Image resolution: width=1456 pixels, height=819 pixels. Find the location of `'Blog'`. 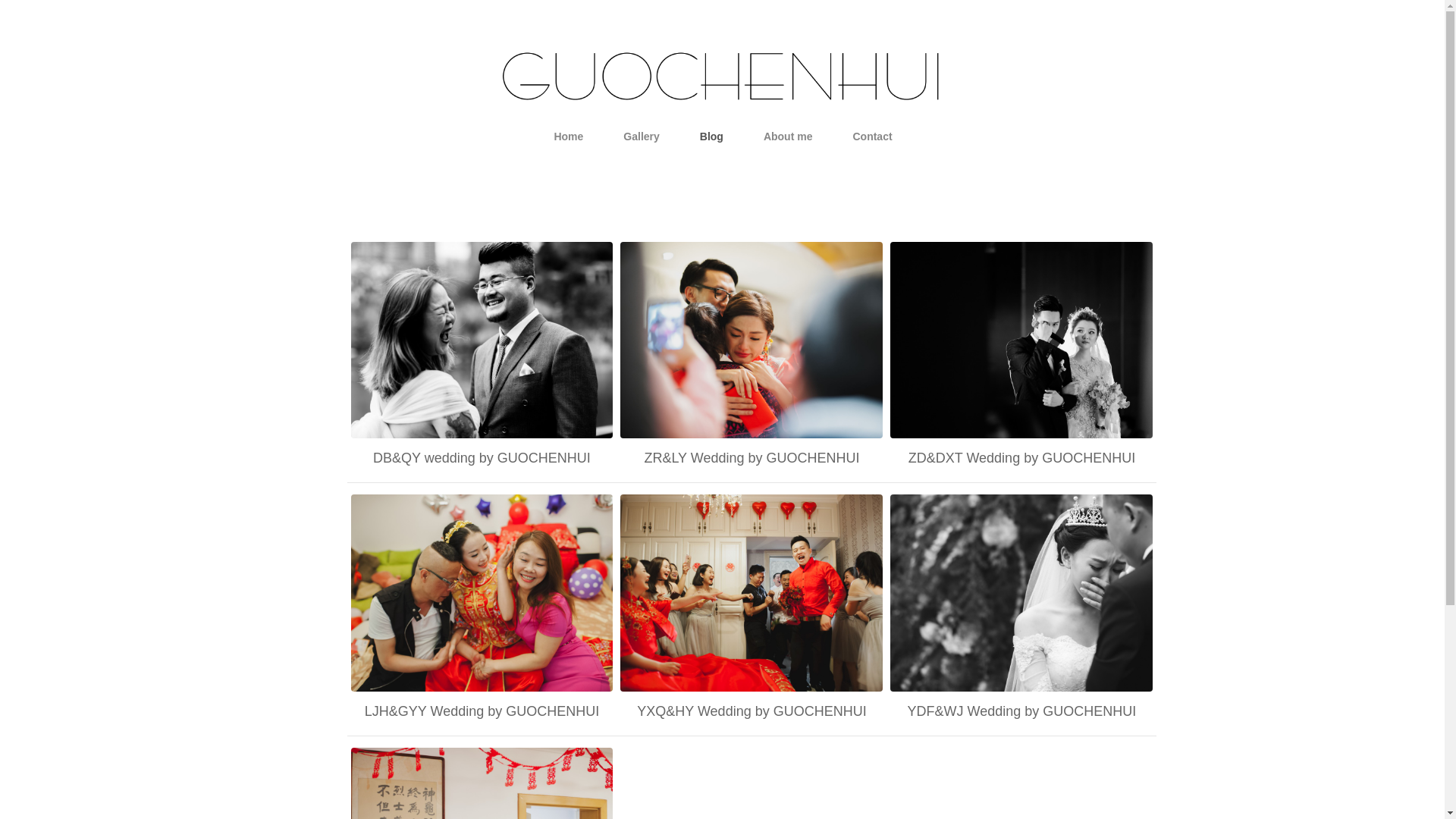

'Blog' is located at coordinates (711, 136).